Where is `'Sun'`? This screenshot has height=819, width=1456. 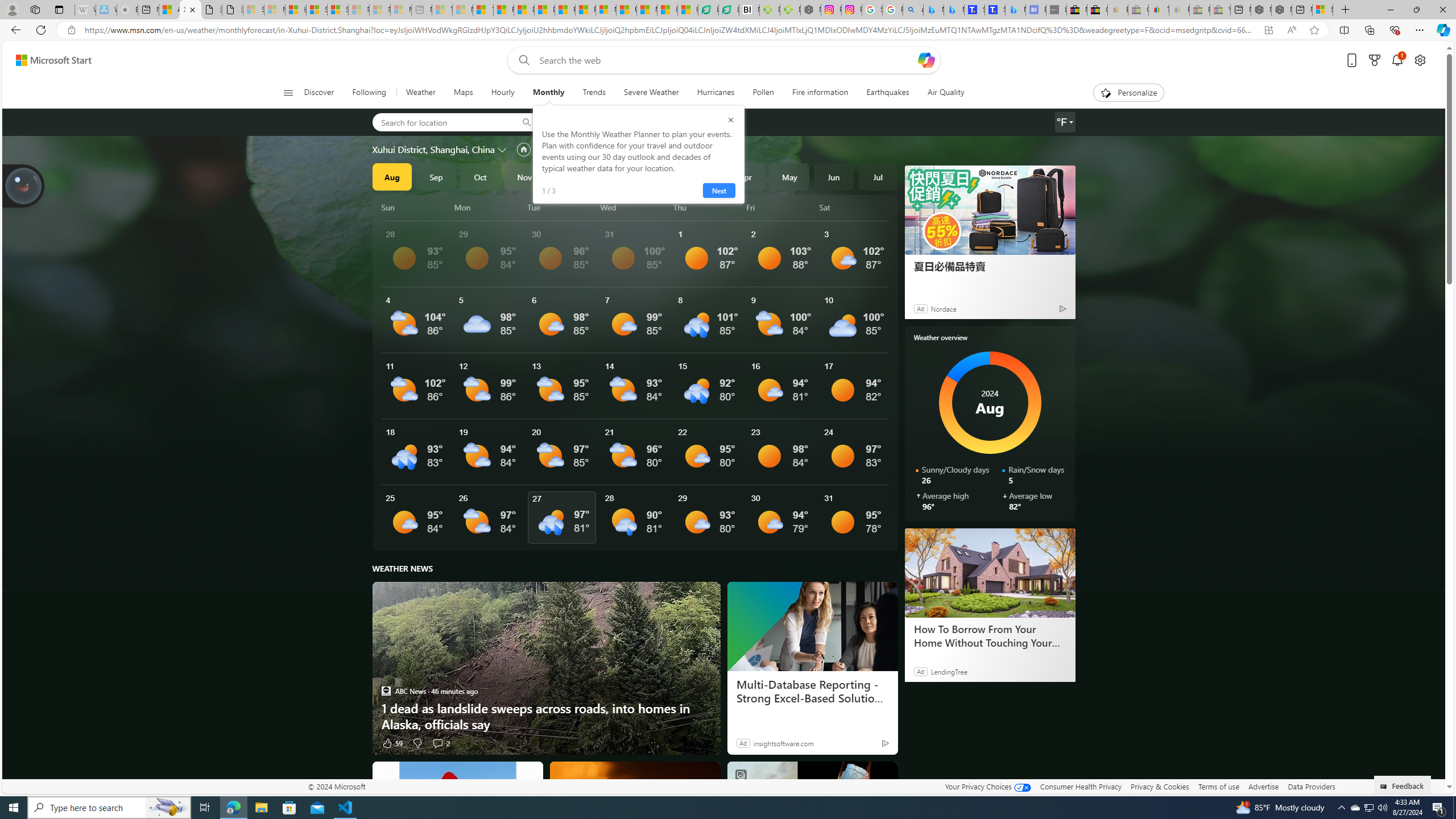
'Sun' is located at coordinates (416, 207).